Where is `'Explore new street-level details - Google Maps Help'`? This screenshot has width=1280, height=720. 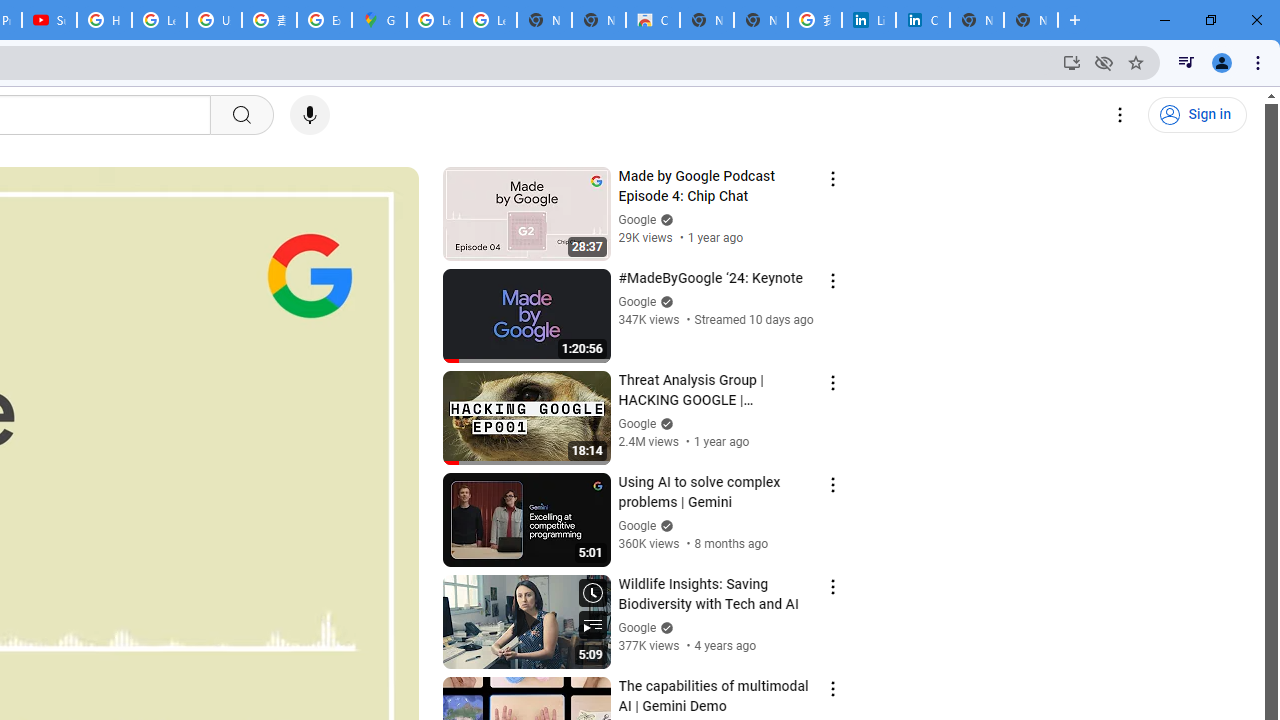
'Explore new street-level details - Google Maps Help' is located at coordinates (324, 20).